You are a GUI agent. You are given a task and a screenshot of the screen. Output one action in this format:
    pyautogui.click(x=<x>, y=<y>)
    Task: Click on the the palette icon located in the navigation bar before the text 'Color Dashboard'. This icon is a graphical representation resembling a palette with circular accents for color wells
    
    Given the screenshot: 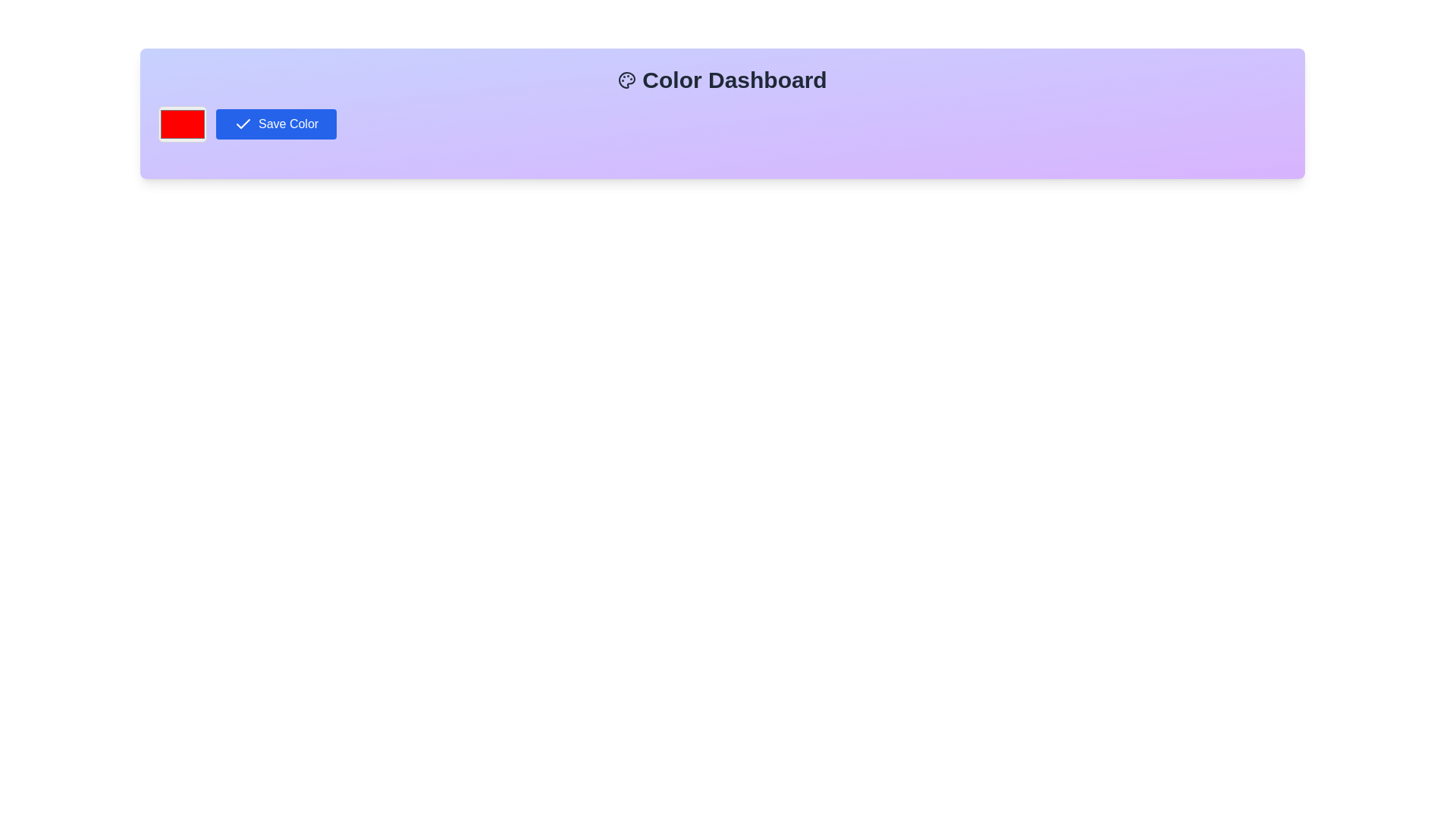 What is the action you would take?
    pyautogui.click(x=627, y=80)
    